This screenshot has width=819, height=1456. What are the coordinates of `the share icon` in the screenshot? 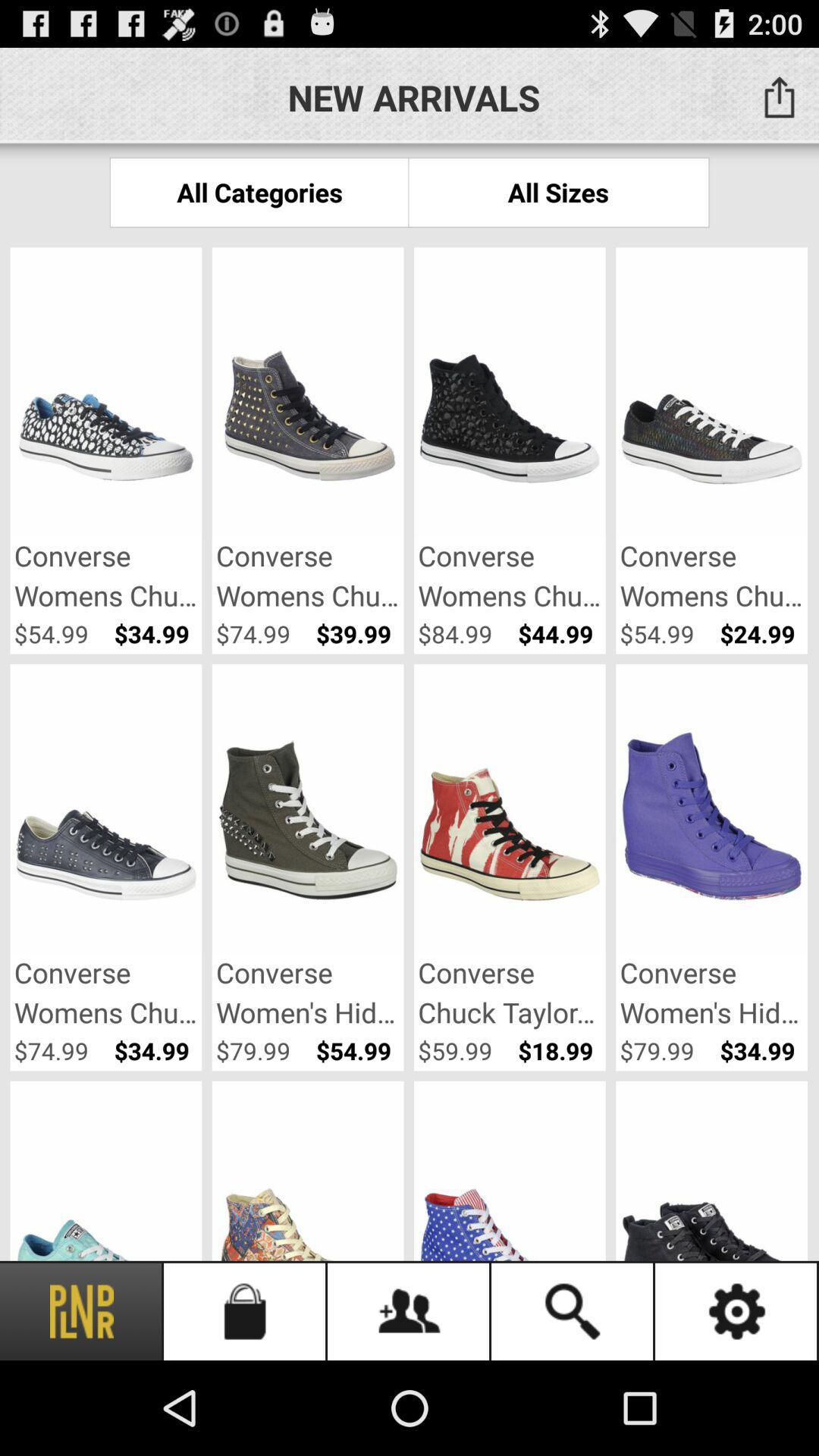 It's located at (779, 96).